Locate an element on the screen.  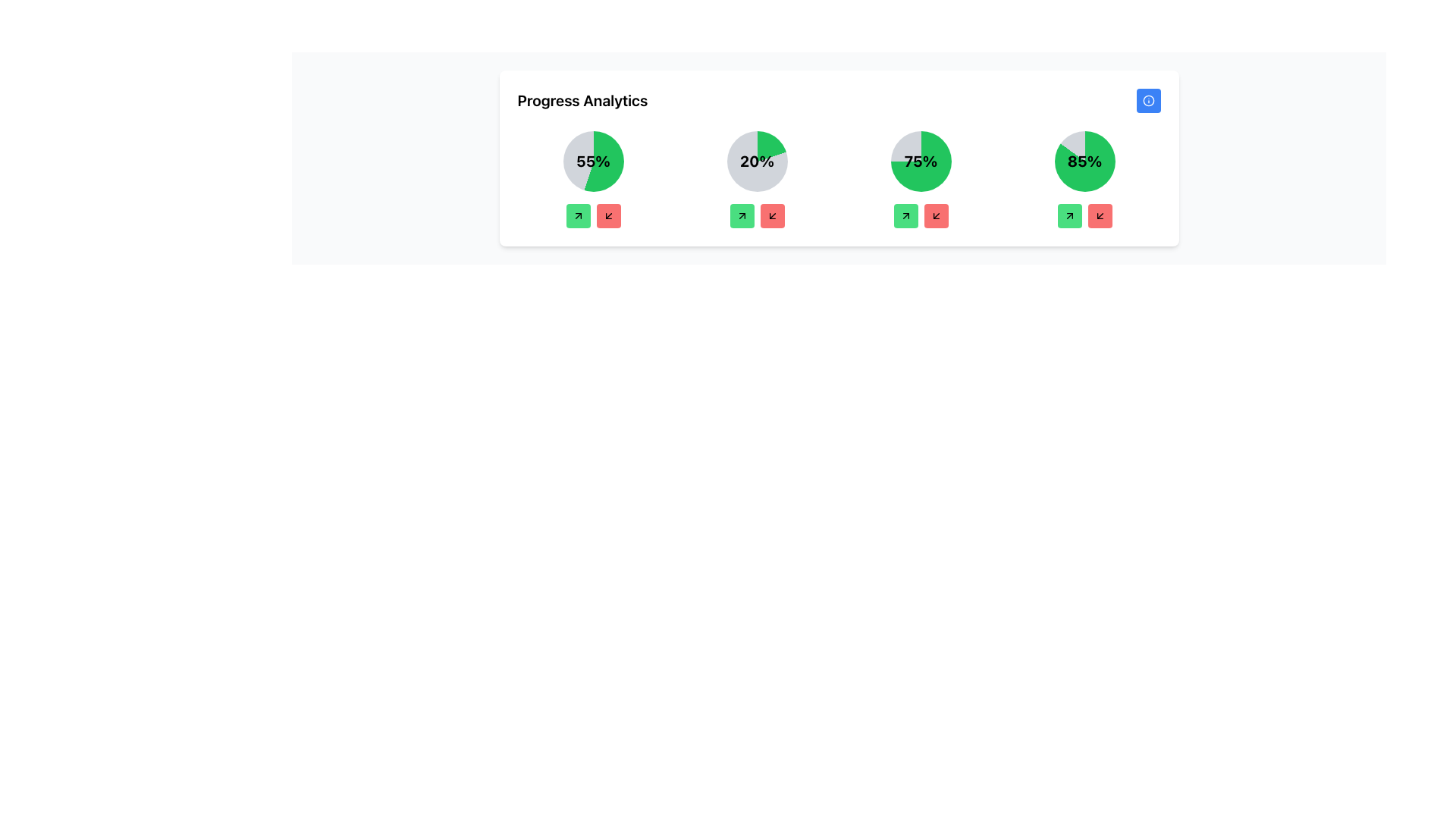
the second button at the bottom of the fourth progress analytics gauge (85%) on the far right to interact further is located at coordinates (1099, 216).